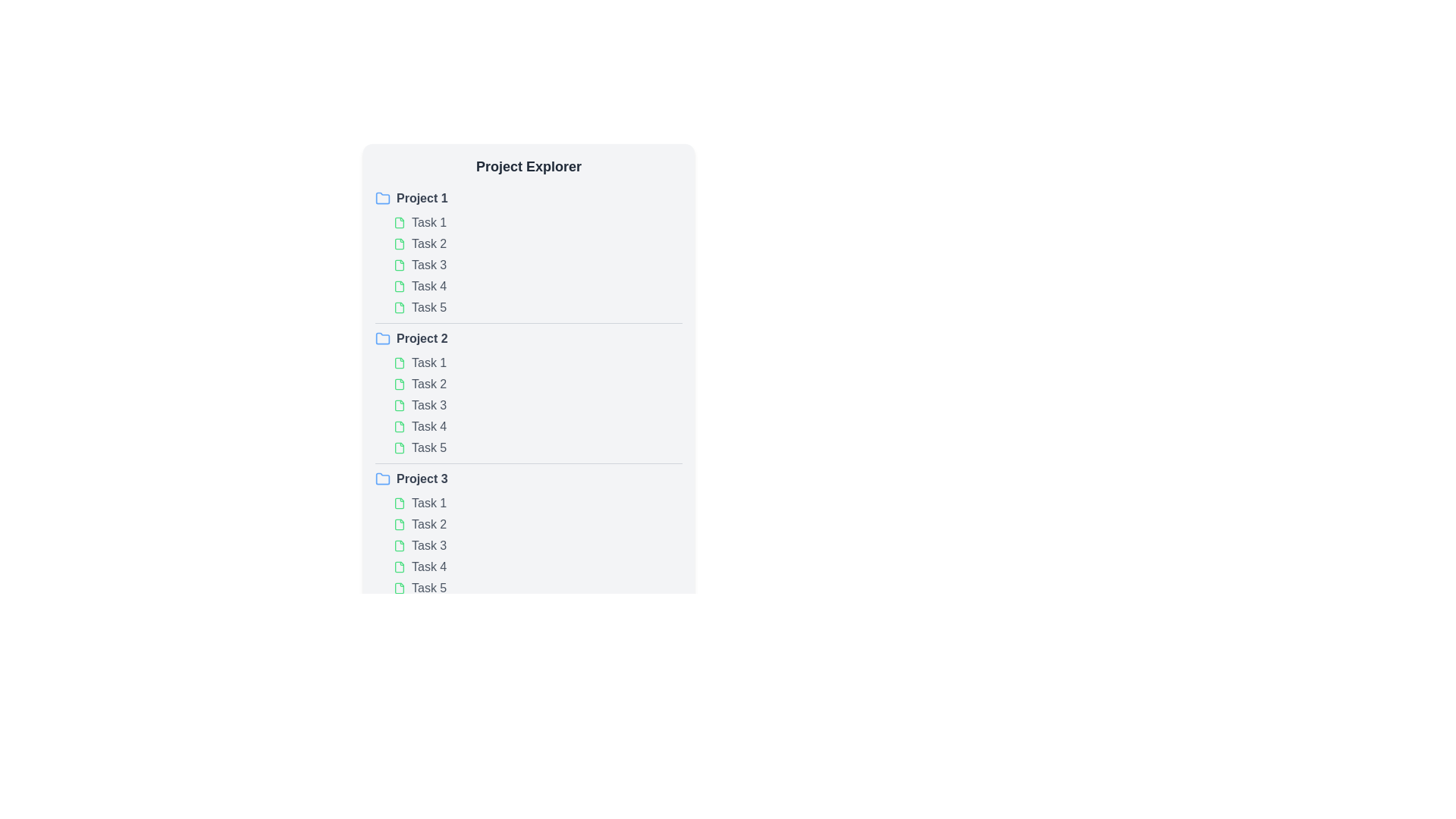 This screenshot has height=819, width=1456. I want to click on the text label displaying 'Task 3' under the 'Project 2' section, so click(428, 405).